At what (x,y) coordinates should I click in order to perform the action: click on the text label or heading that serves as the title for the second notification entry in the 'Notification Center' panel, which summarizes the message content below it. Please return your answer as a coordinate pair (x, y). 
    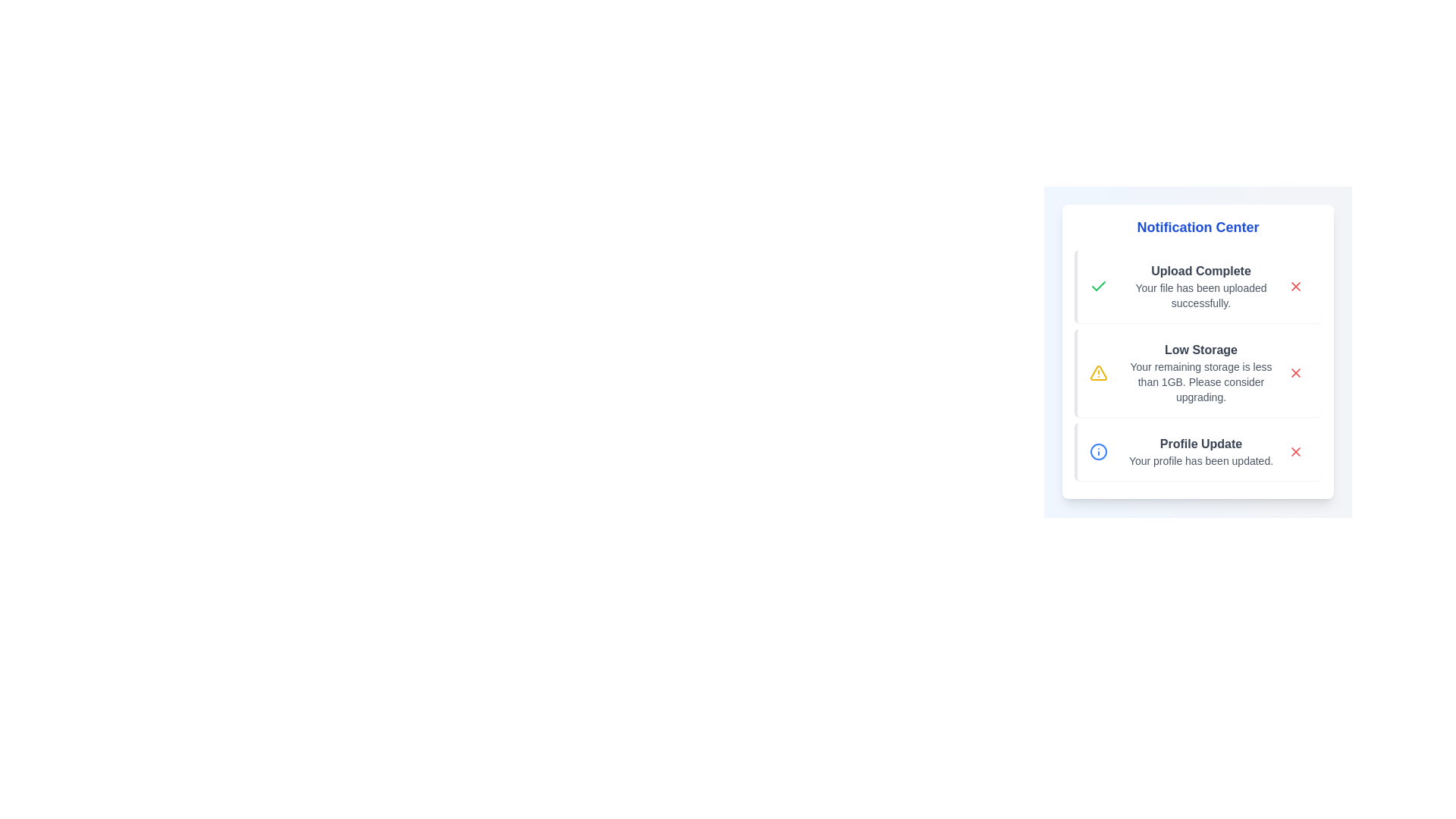
    Looking at the image, I should click on (1200, 350).